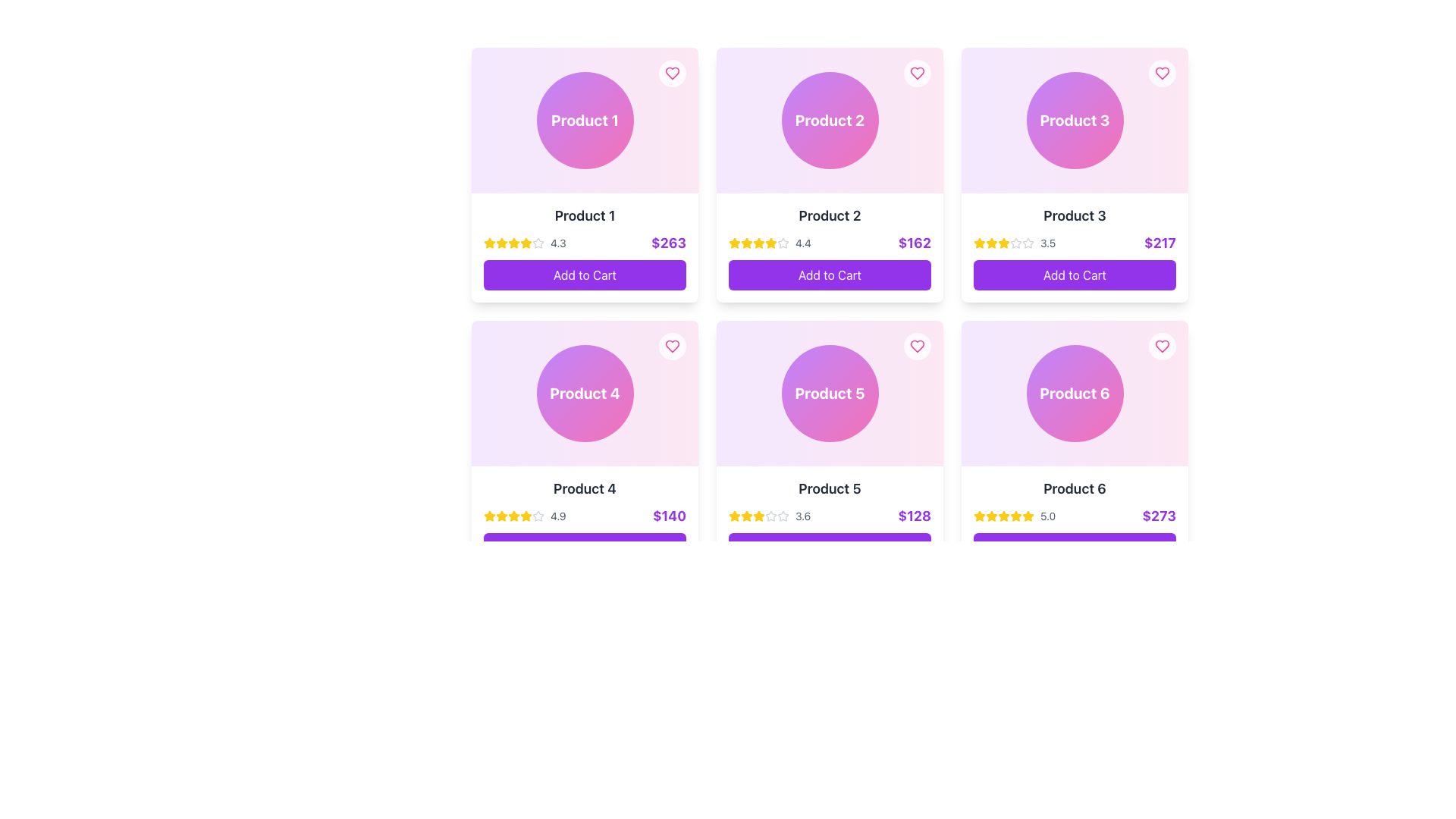 The image size is (1456, 819). I want to click on the first yellow star-shaped rating icon beneath the 'Product 1' label in the top-left product card, so click(490, 242).